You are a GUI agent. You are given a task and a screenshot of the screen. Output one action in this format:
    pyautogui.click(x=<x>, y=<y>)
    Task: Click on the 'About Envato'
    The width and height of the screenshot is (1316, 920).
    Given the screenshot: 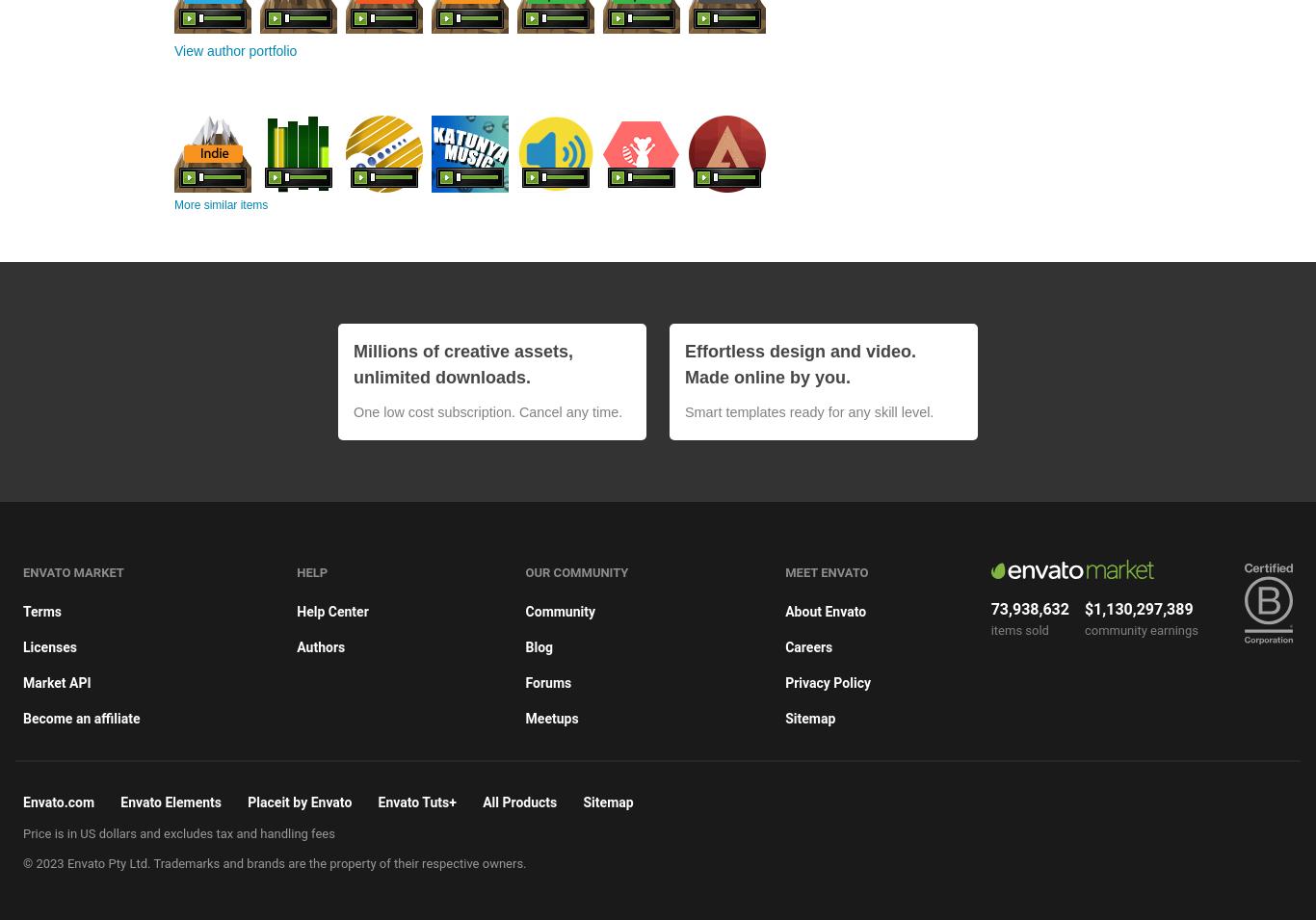 What is the action you would take?
    pyautogui.click(x=825, y=611)
    